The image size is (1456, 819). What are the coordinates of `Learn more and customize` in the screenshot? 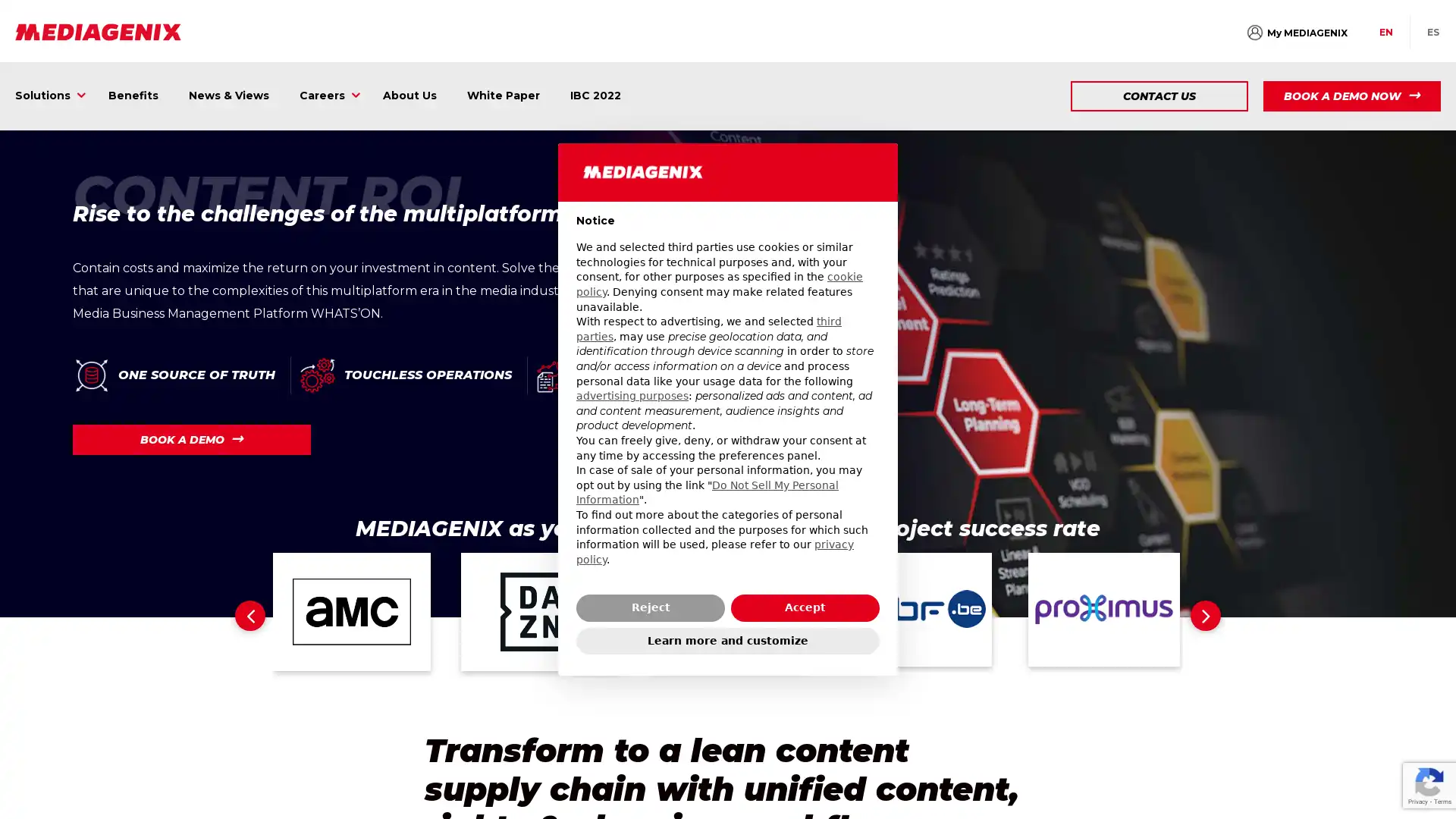 It's located at (728, 640).